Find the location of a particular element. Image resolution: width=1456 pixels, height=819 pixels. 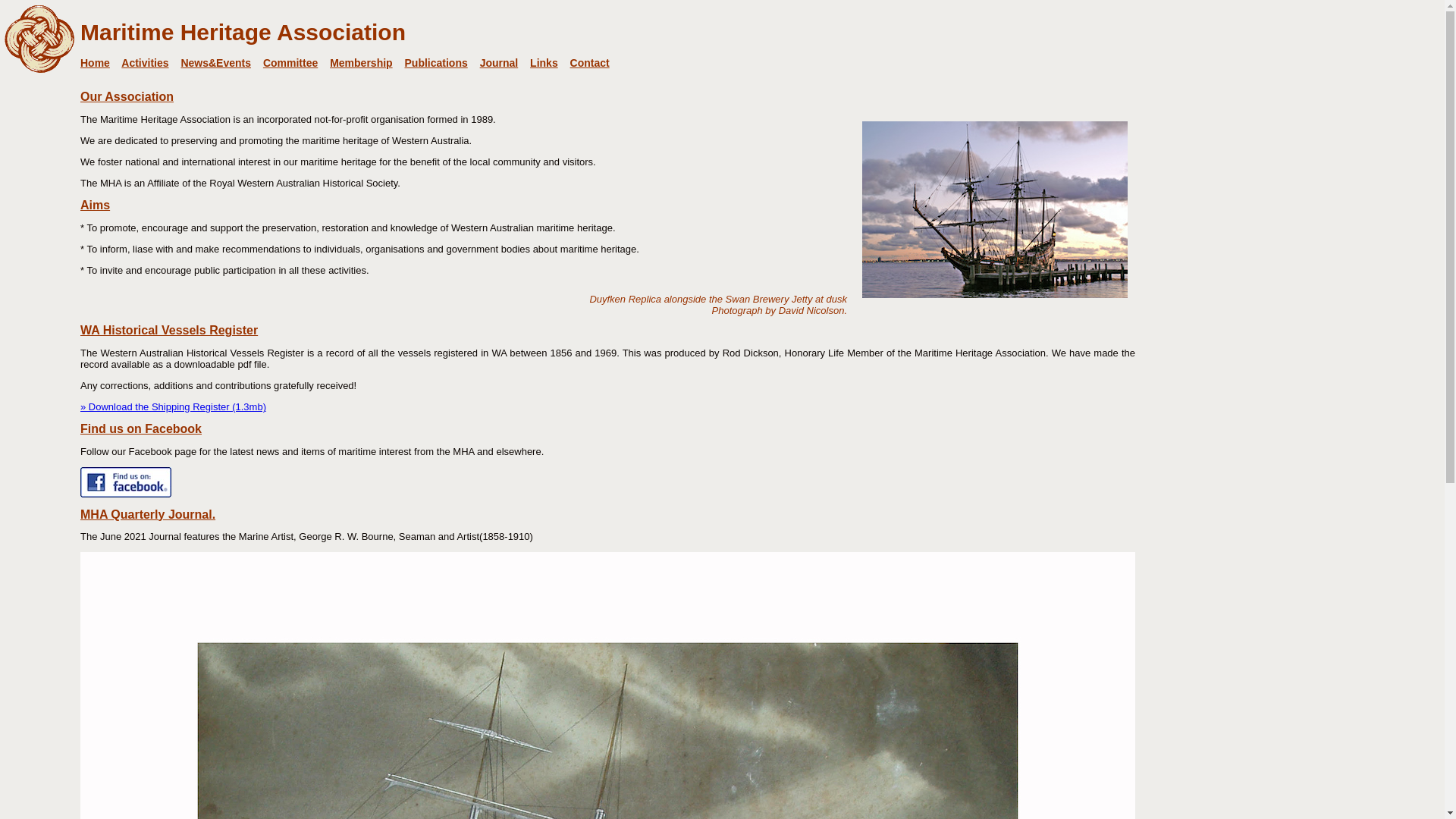

'Publications' is located at coordinates (404, 62).